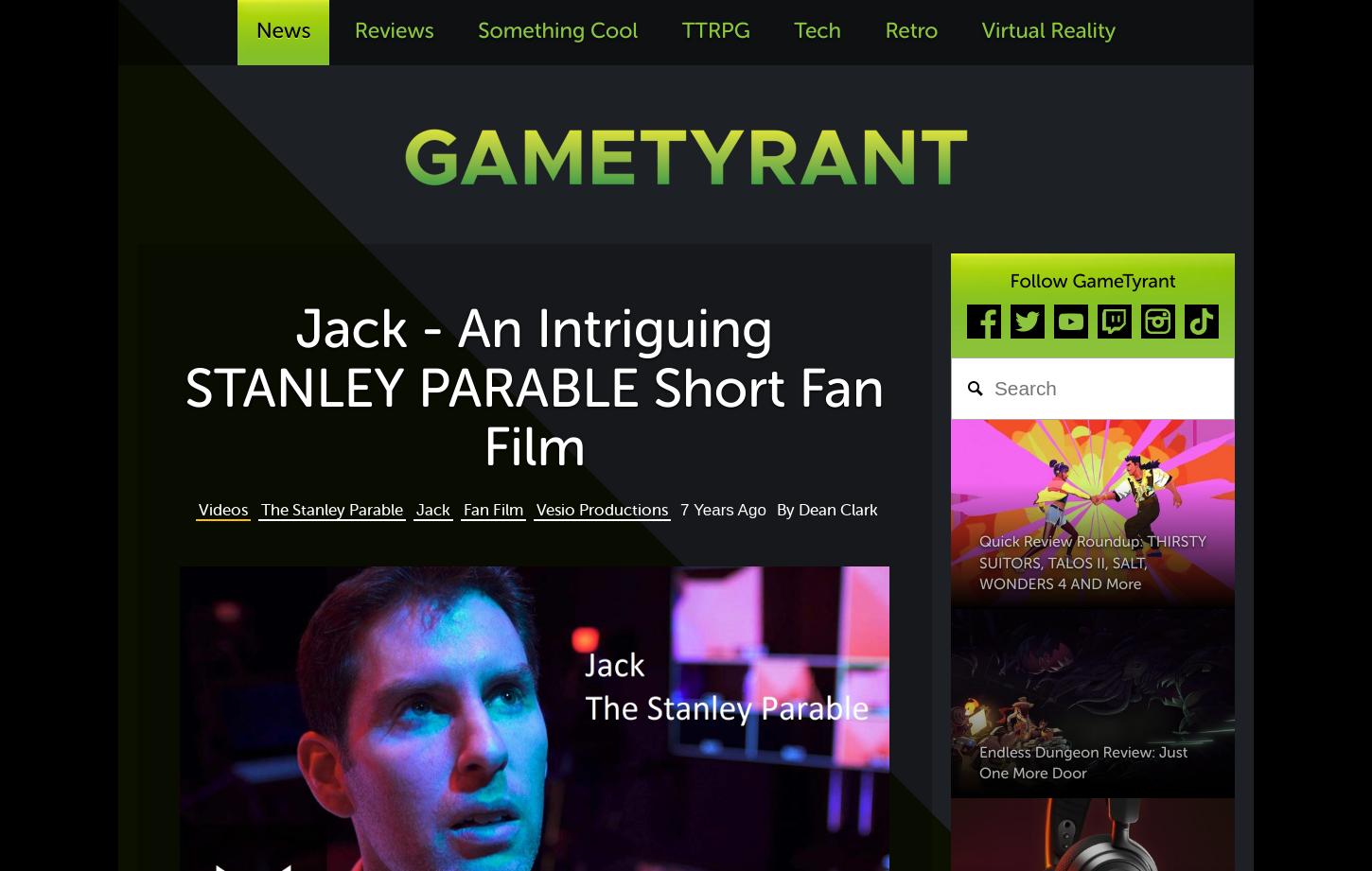 The height and width of the screenshot is (871, 1372). I want to click on 'Retro', so click(909, 31).